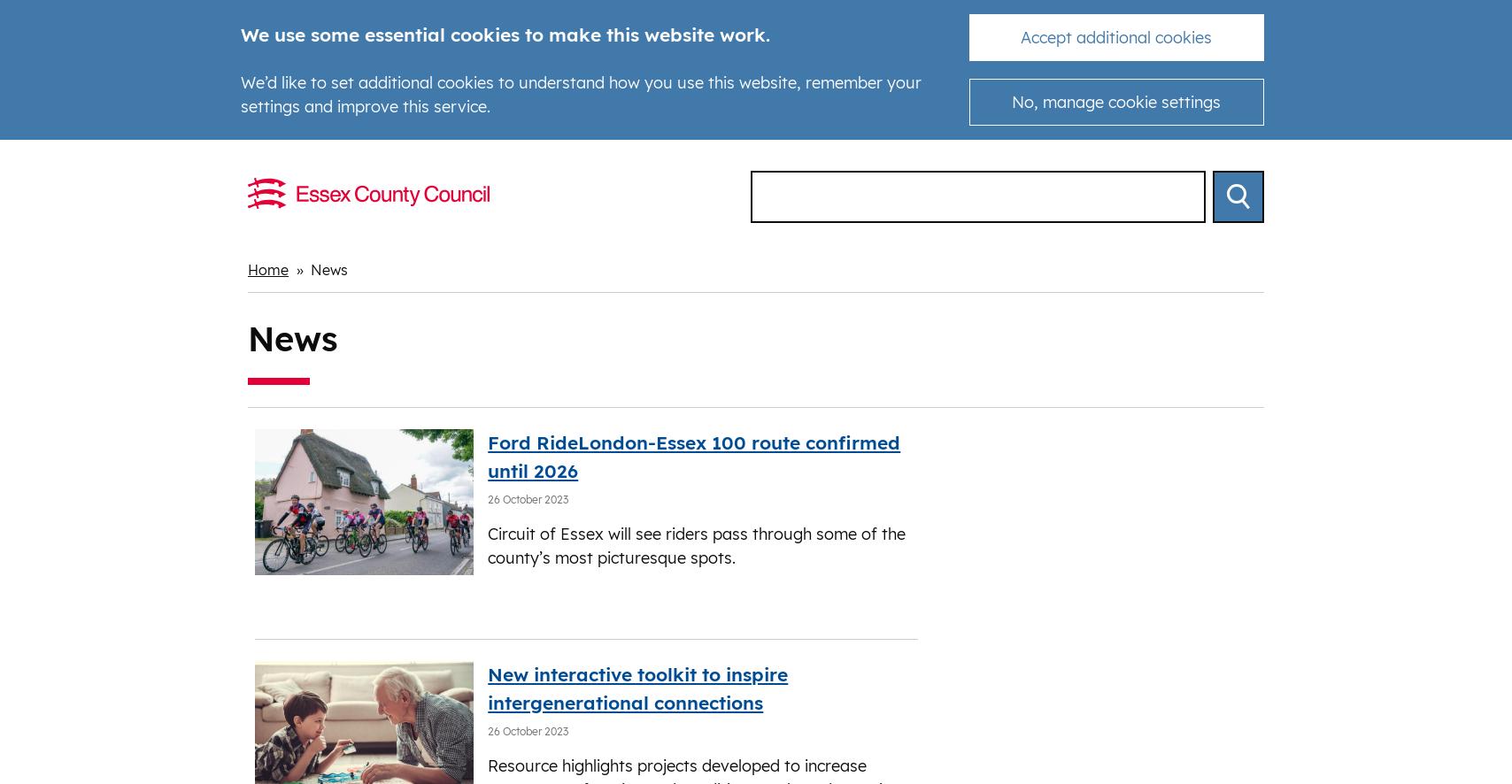  Describe the element at coordinates (505, 34) in the screenshot. I see `'We use some essential cookies to make this website work.'` at that location.